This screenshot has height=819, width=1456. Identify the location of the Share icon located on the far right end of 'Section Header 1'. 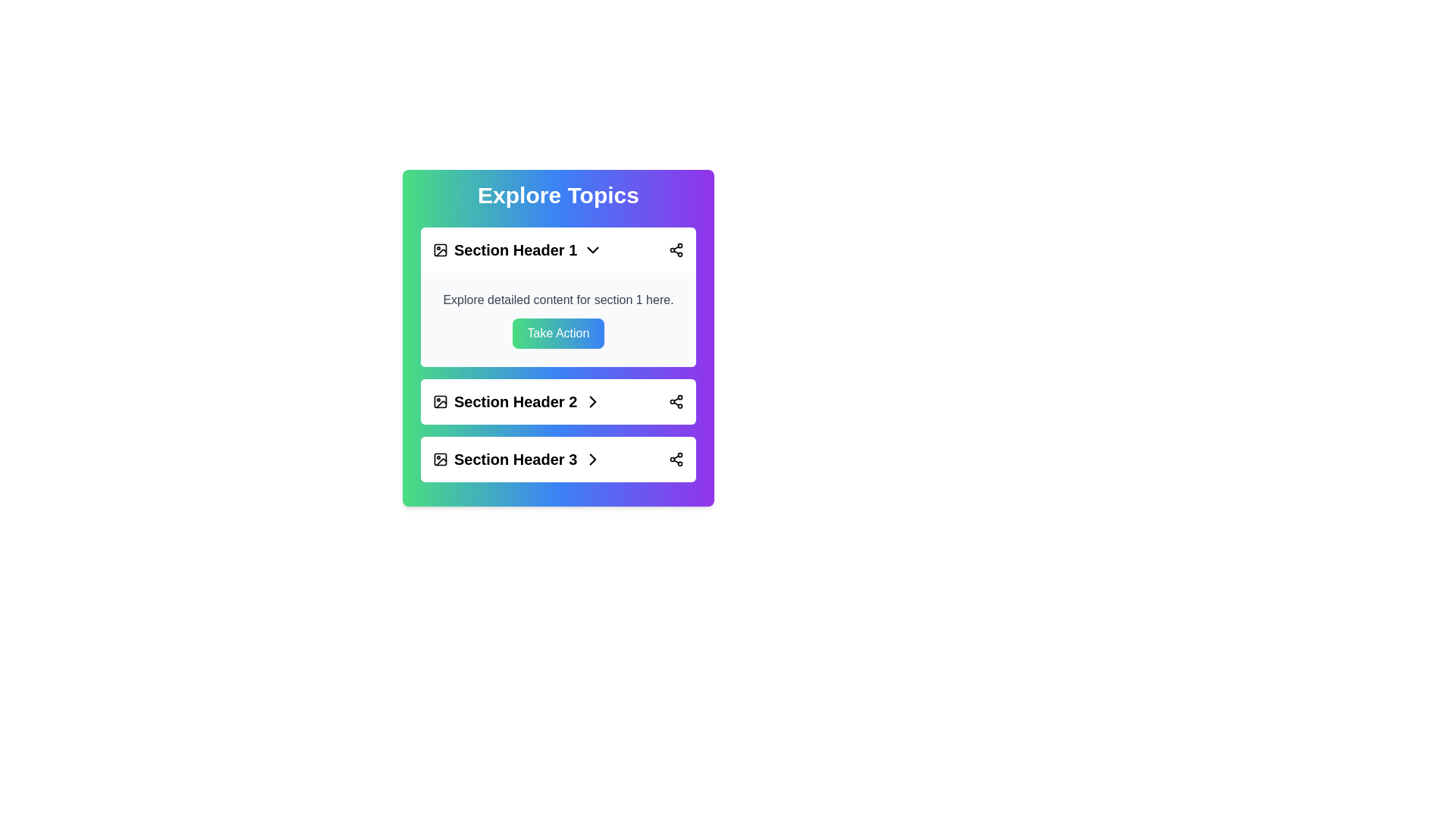
(676, 249).